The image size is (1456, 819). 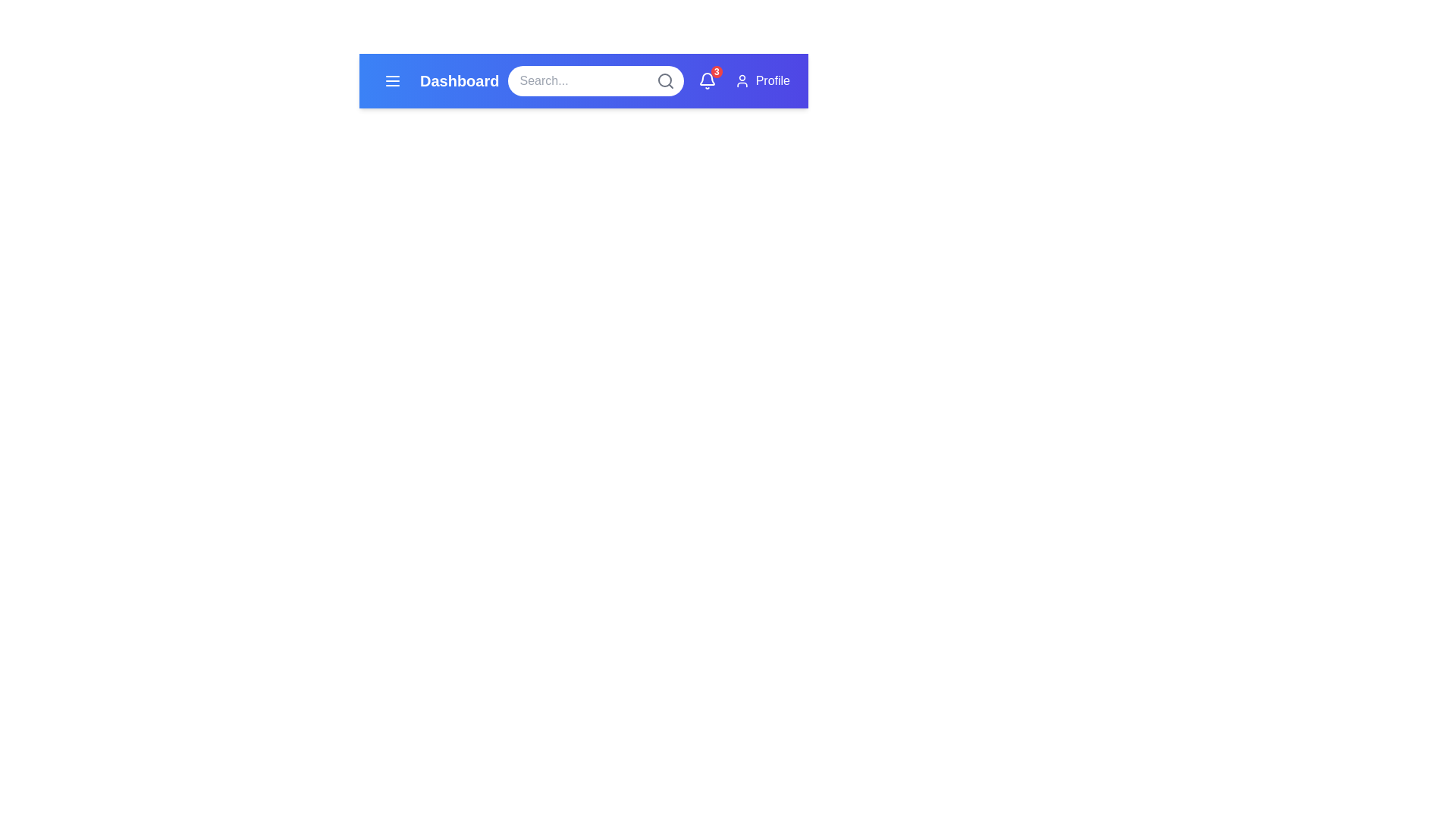 What do you see at coordinates (716, 72) in the screenshot?
I see `the notification badge positioned at the top-right corner of the bell icon in the navigation bar` at bounding box center [716, 72].